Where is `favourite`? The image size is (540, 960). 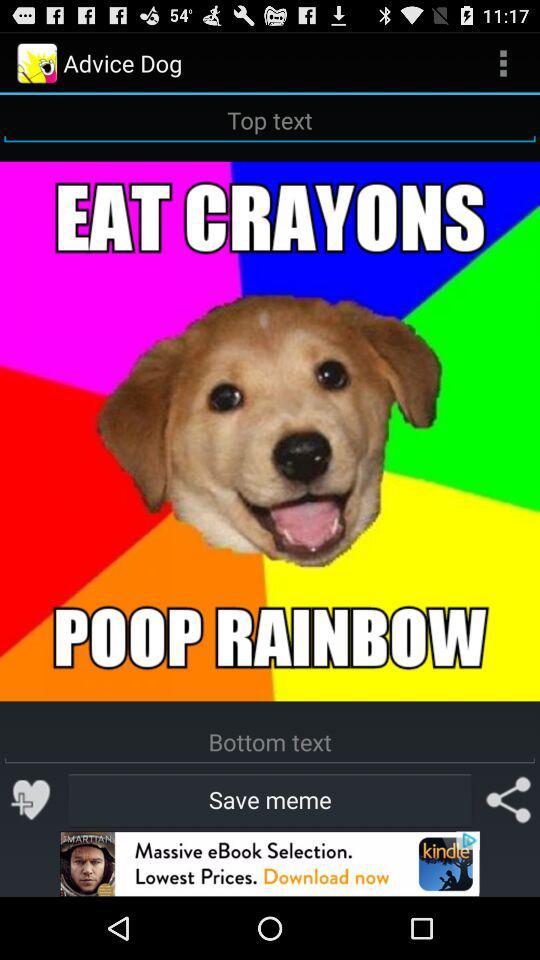 favourite is located at coordinates (30, 799).